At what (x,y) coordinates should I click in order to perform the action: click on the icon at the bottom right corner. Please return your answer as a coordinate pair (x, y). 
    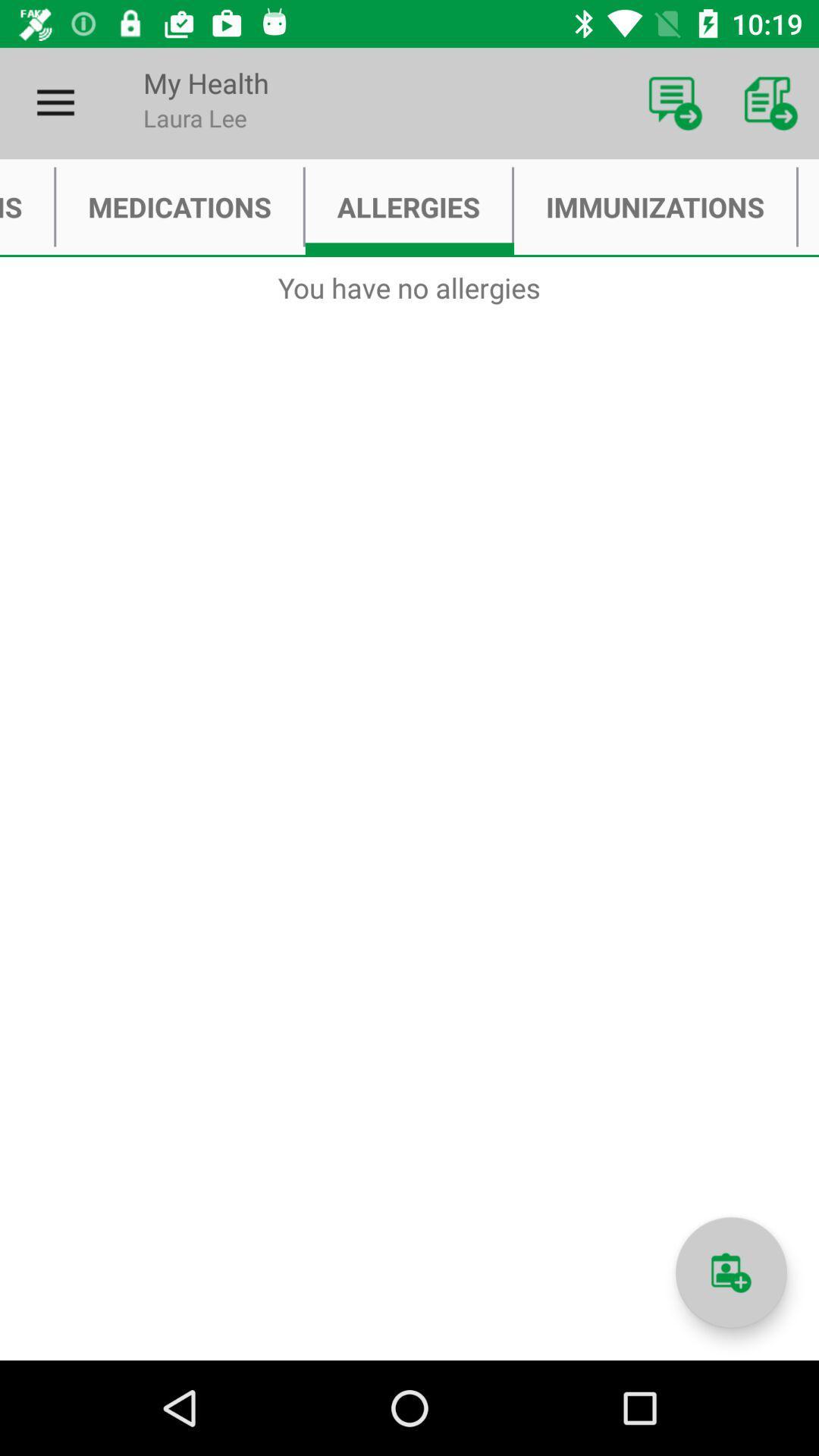
    Looking at the image, I should click on (730, 1272).